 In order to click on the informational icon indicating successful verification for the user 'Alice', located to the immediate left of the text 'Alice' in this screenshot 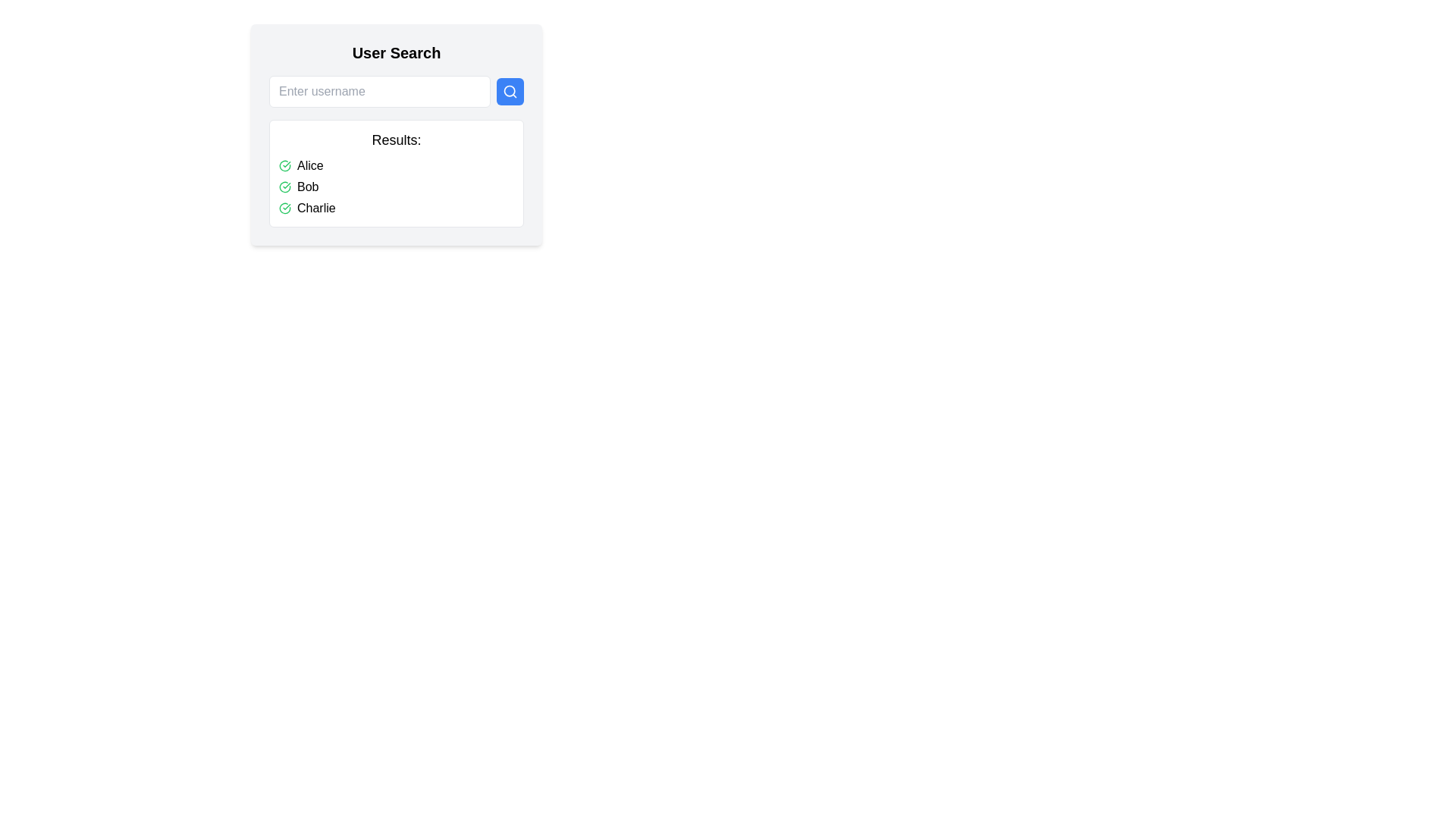, I will do `click(284, 166)`.